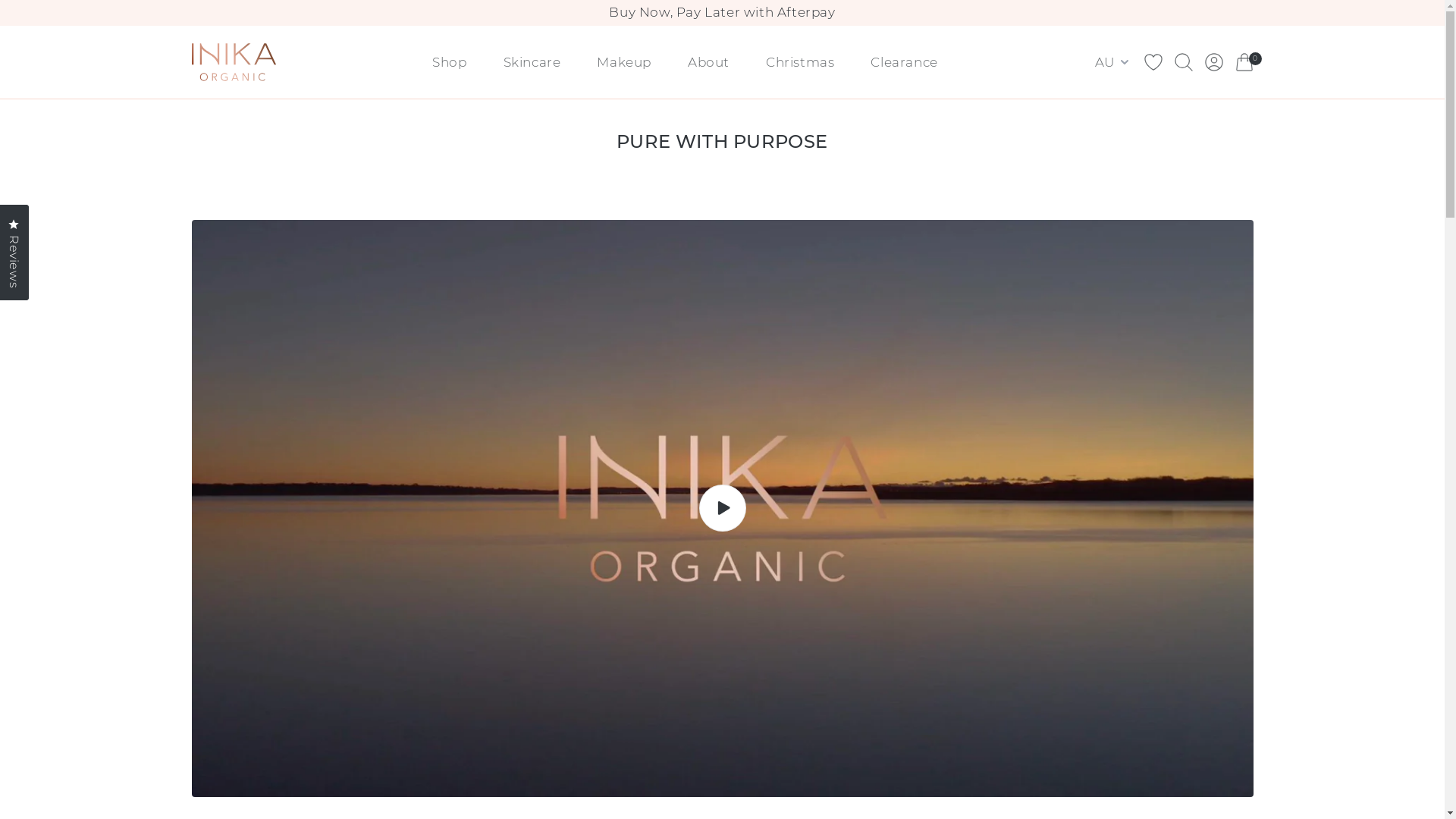 The width and height of the screenshot is (1456, 819). What do you see at coordinates (799, 61) in the screenshot?
I see `'Christmas'` at bounding box center [799, 61].